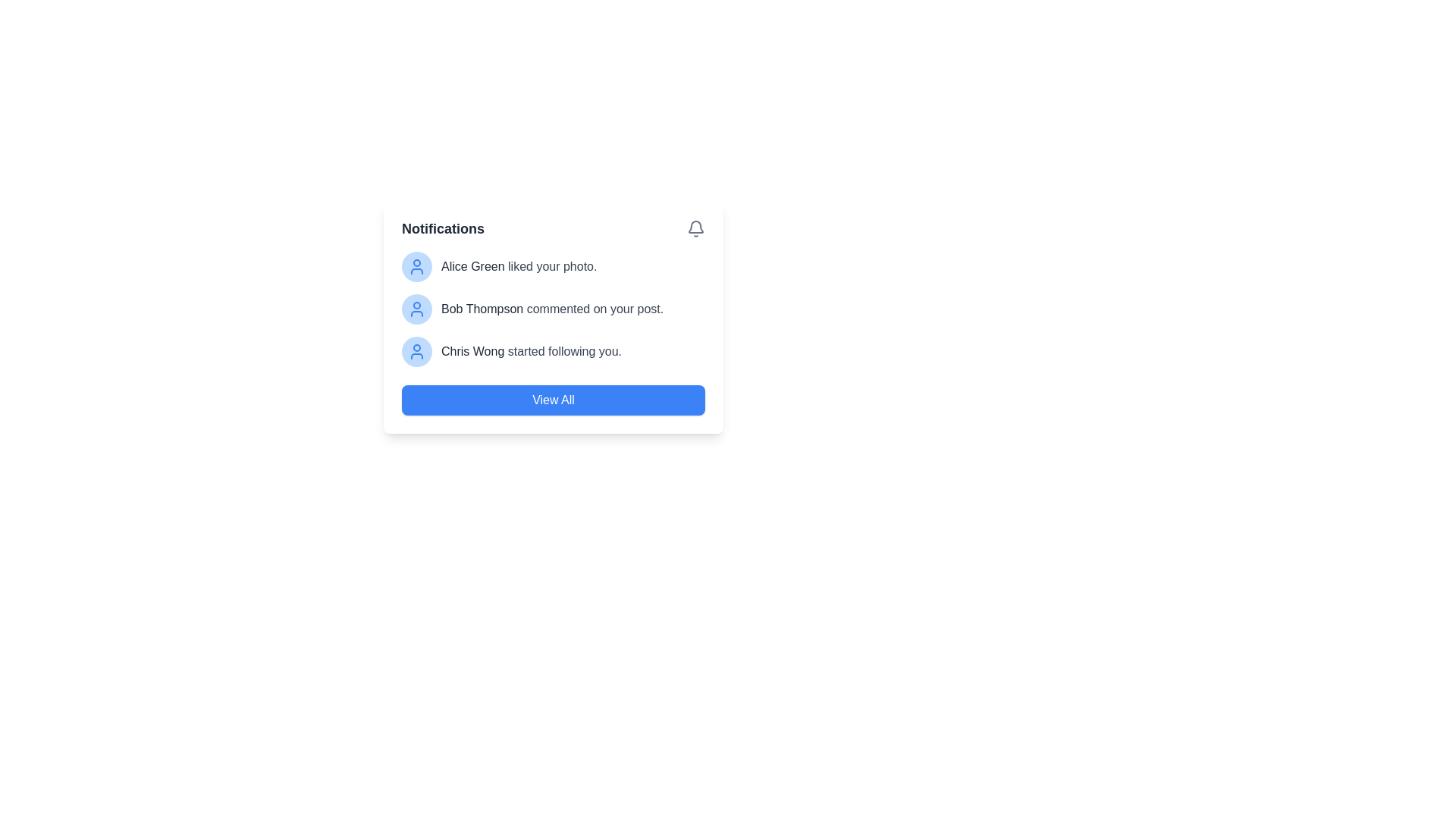 Image resolution: width=1456 pixels, height=819 pixels. Describe the element at coordinates (531, 351) in the screenshot. I see `the text label displaying 'Chris Wong started following you.' in the notification list, which is located in the third row below 'Bob Thompson commented on your post.'` at that location.